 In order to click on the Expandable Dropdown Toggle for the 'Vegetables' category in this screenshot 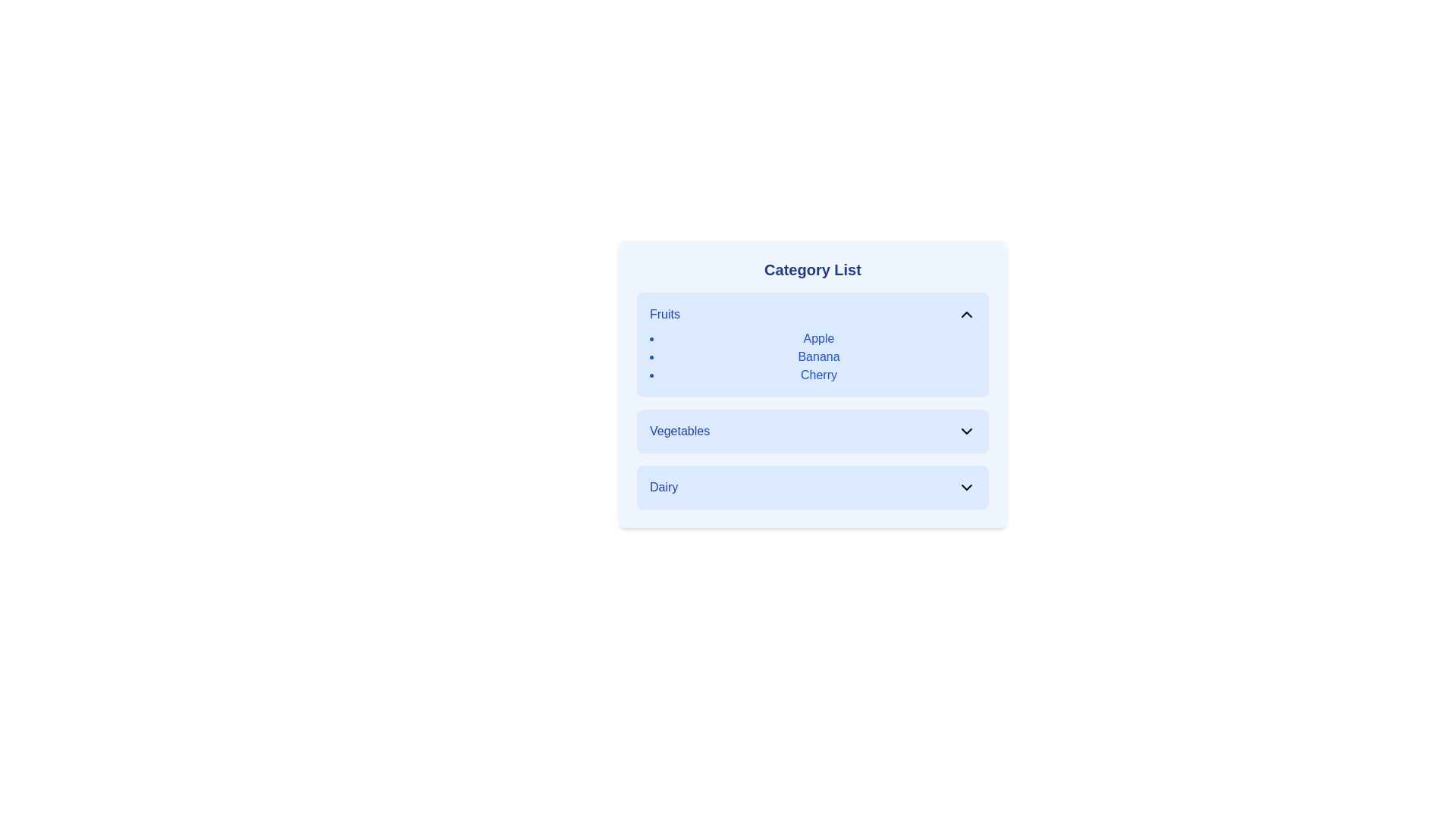, I will do `click(811, 431)`.